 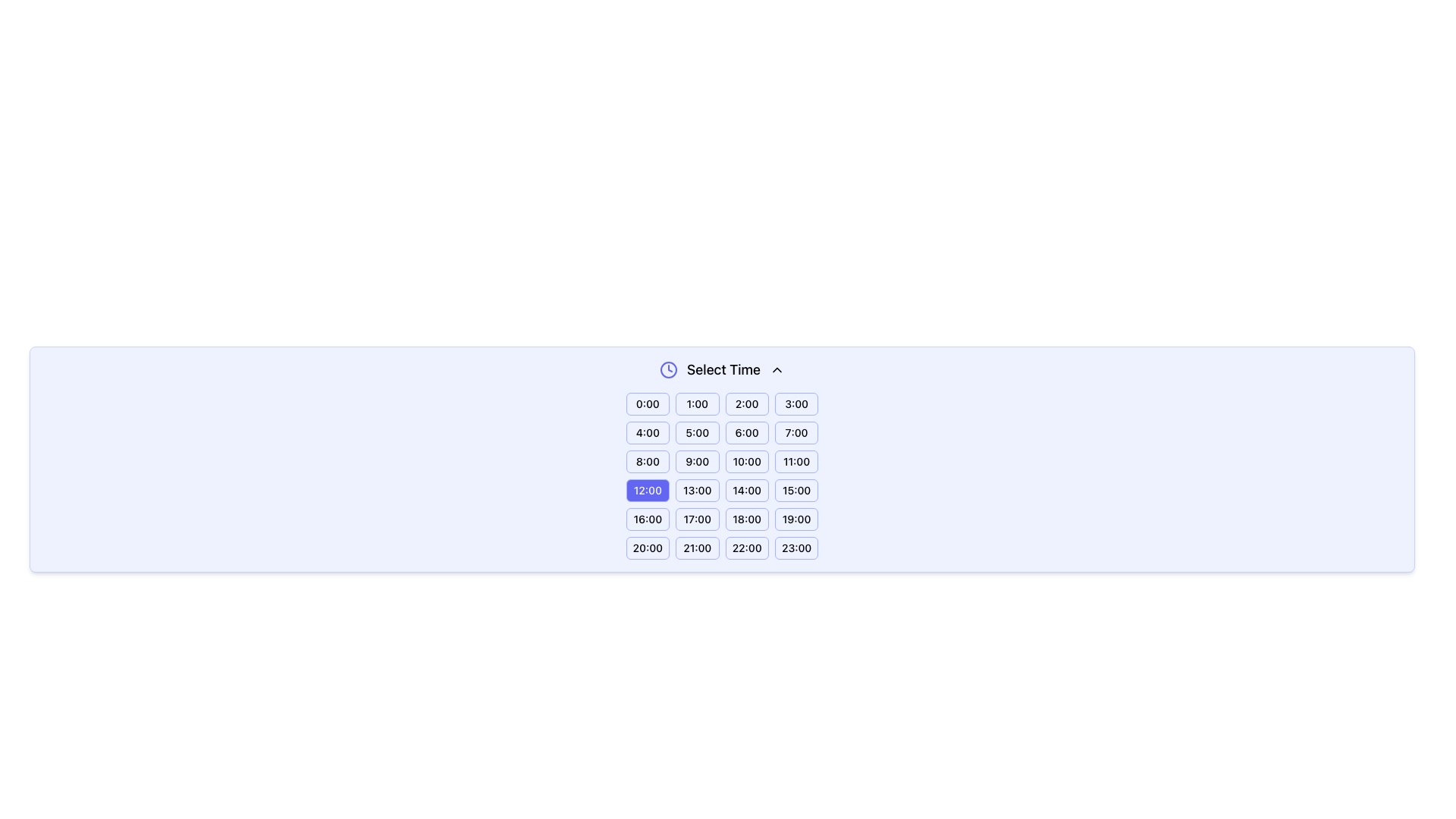 I want to click on the time selection button located in the second column and second row of the grid layout, so click(x=696, y=432).